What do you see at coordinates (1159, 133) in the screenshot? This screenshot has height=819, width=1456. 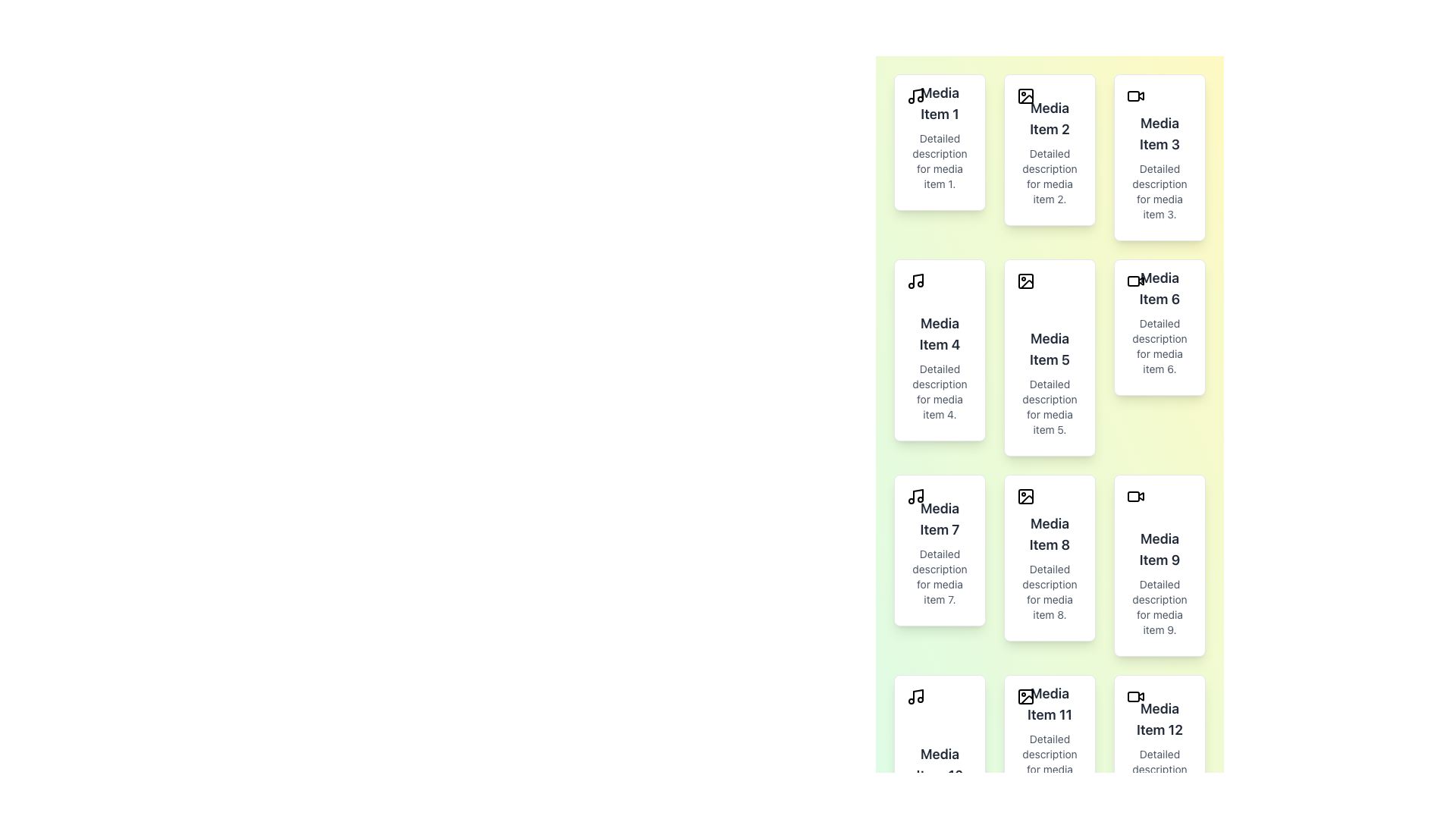 I see `the title text label of the third card in the top row, which identifies the media item` at bounding box center [1159, 133].